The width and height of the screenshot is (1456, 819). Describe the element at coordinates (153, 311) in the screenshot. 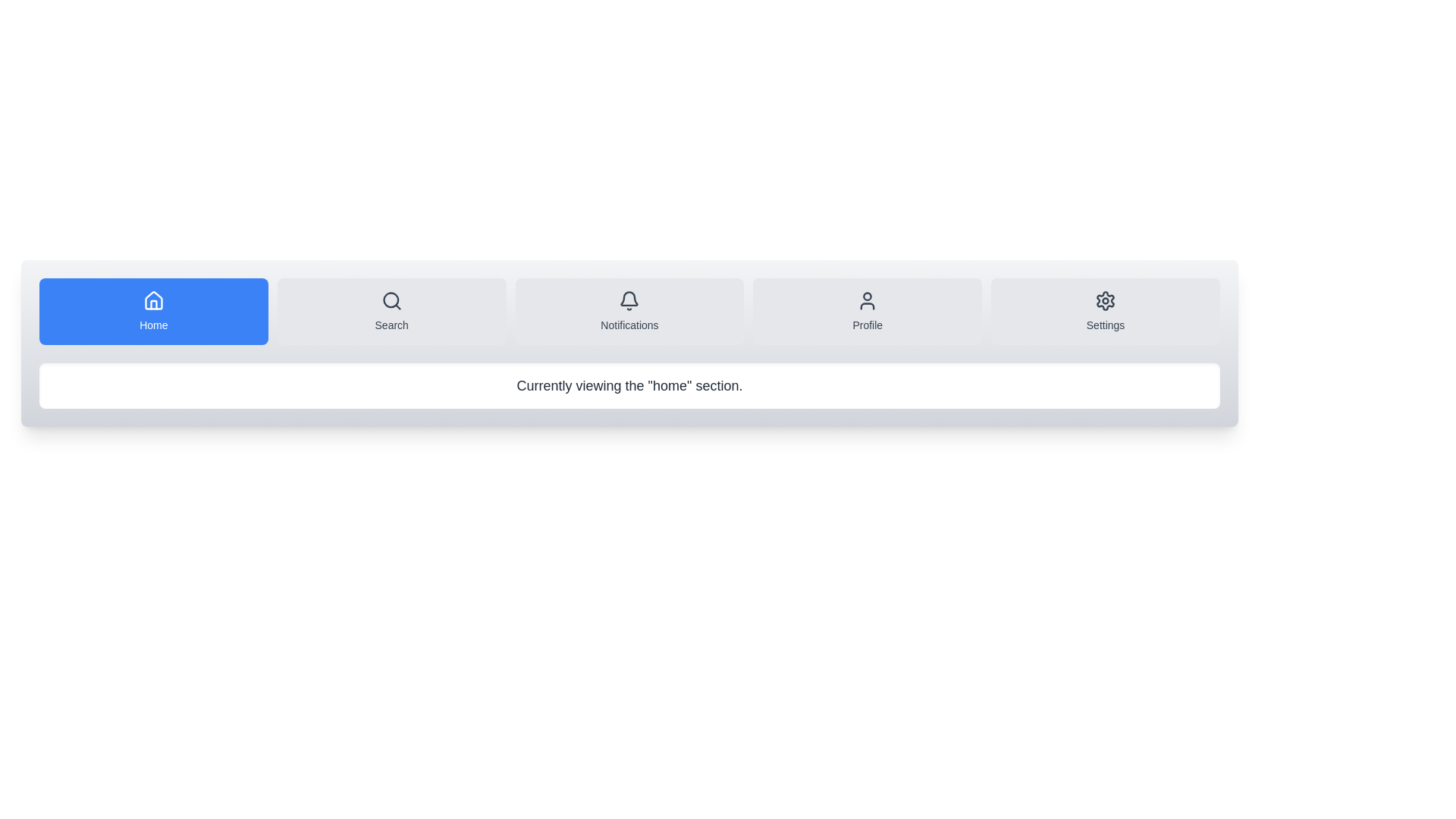

I see `the 'Home' button, which is the first button in a grid of five, located at the top-center of the interface` at that location.